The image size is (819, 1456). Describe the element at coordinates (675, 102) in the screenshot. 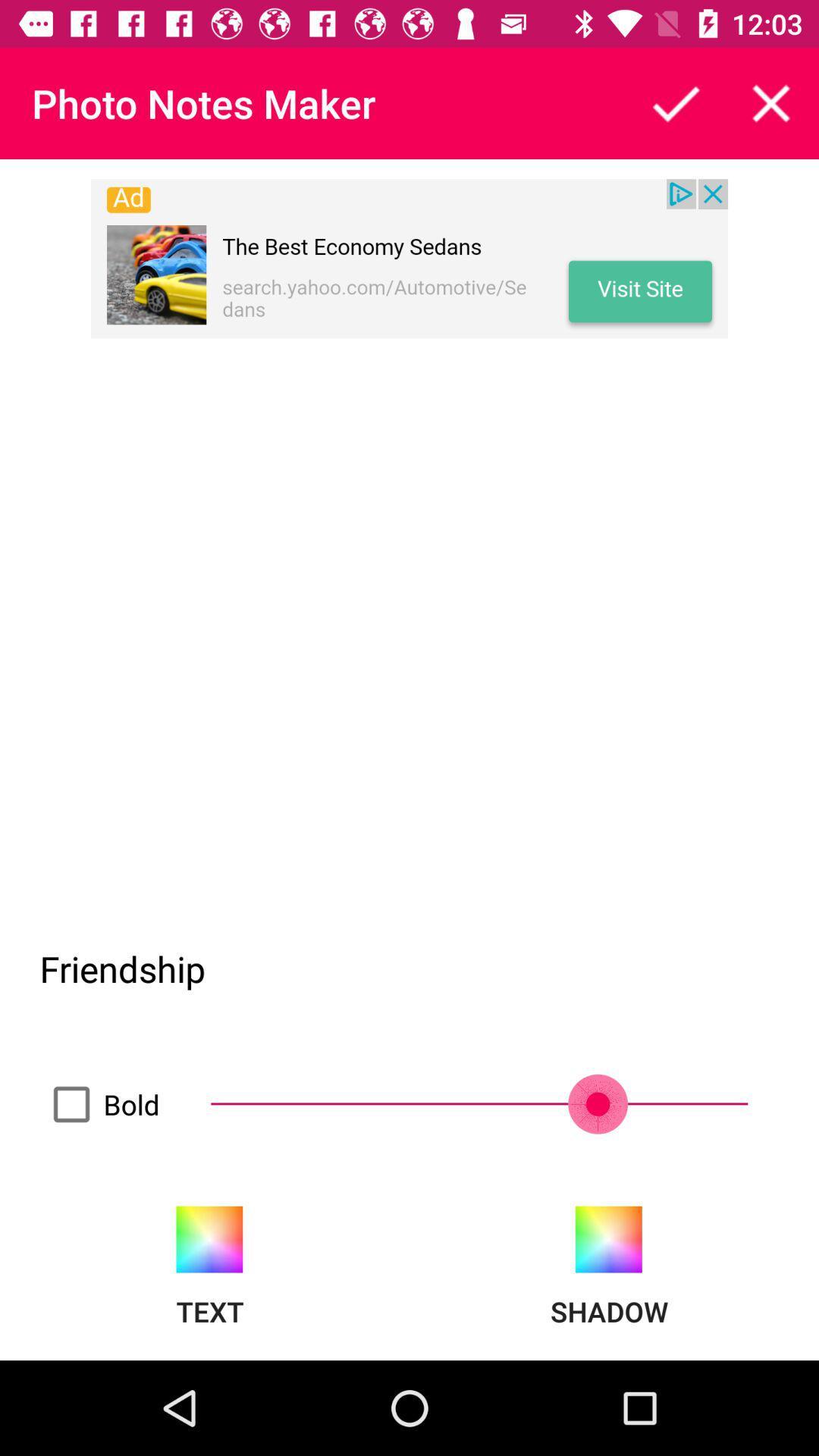

I see `save` at that location.